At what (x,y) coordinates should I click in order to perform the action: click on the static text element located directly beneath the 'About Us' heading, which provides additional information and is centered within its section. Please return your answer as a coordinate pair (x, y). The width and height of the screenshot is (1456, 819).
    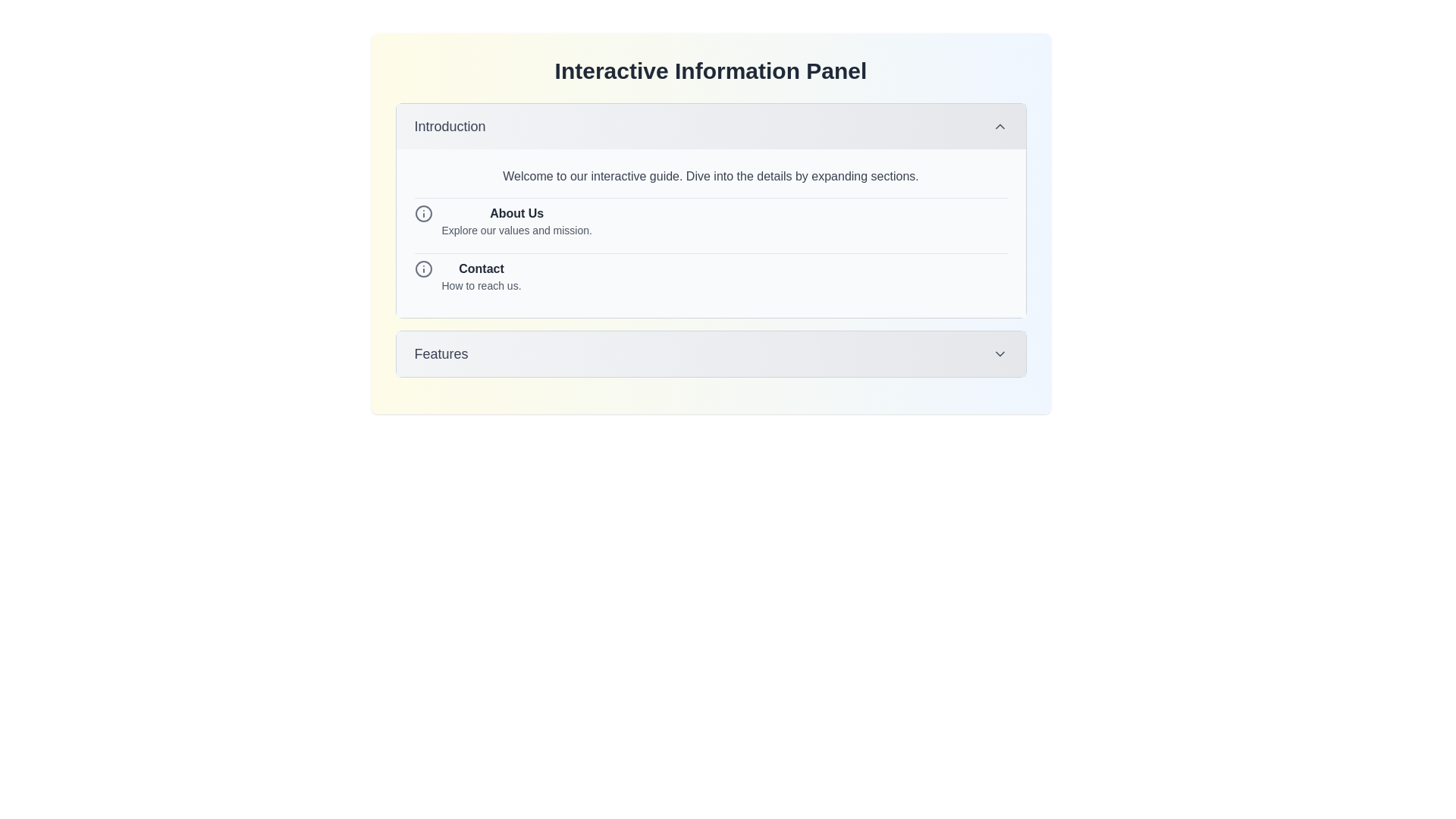
    Looking at the image, I should click on (516, 231).